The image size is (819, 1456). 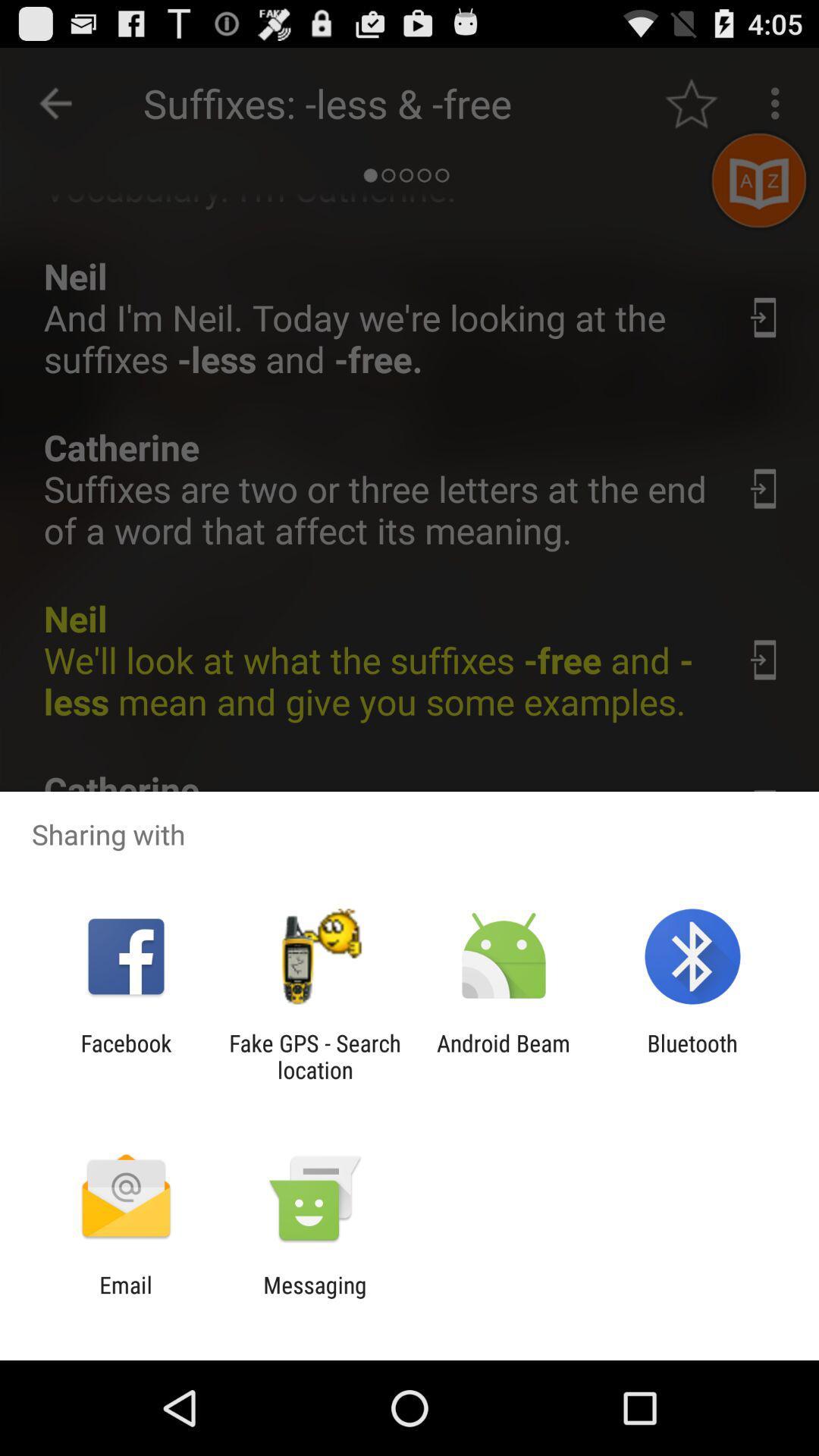 What do you see at coordinates (504, 1056) in the screenshot?
I see `the android beam item` at bounding box center [504, 1056].